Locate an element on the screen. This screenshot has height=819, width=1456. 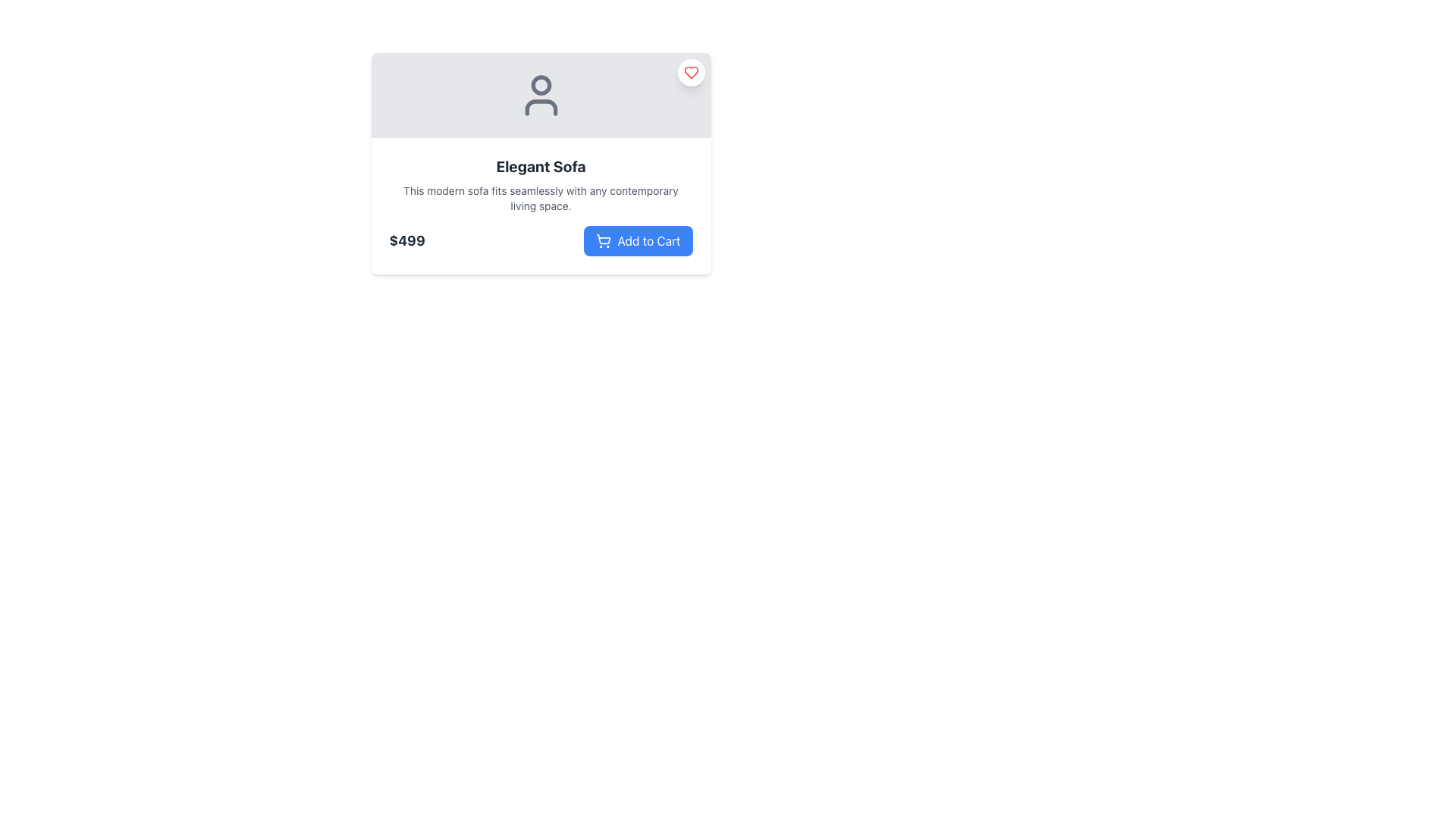
the text element displaying the description 'This modern sofa fits seamlessly with any contemporary living space.', which is centrally aligned below the product title 'Elegant Sofa' is located at coordinates (541, 198).